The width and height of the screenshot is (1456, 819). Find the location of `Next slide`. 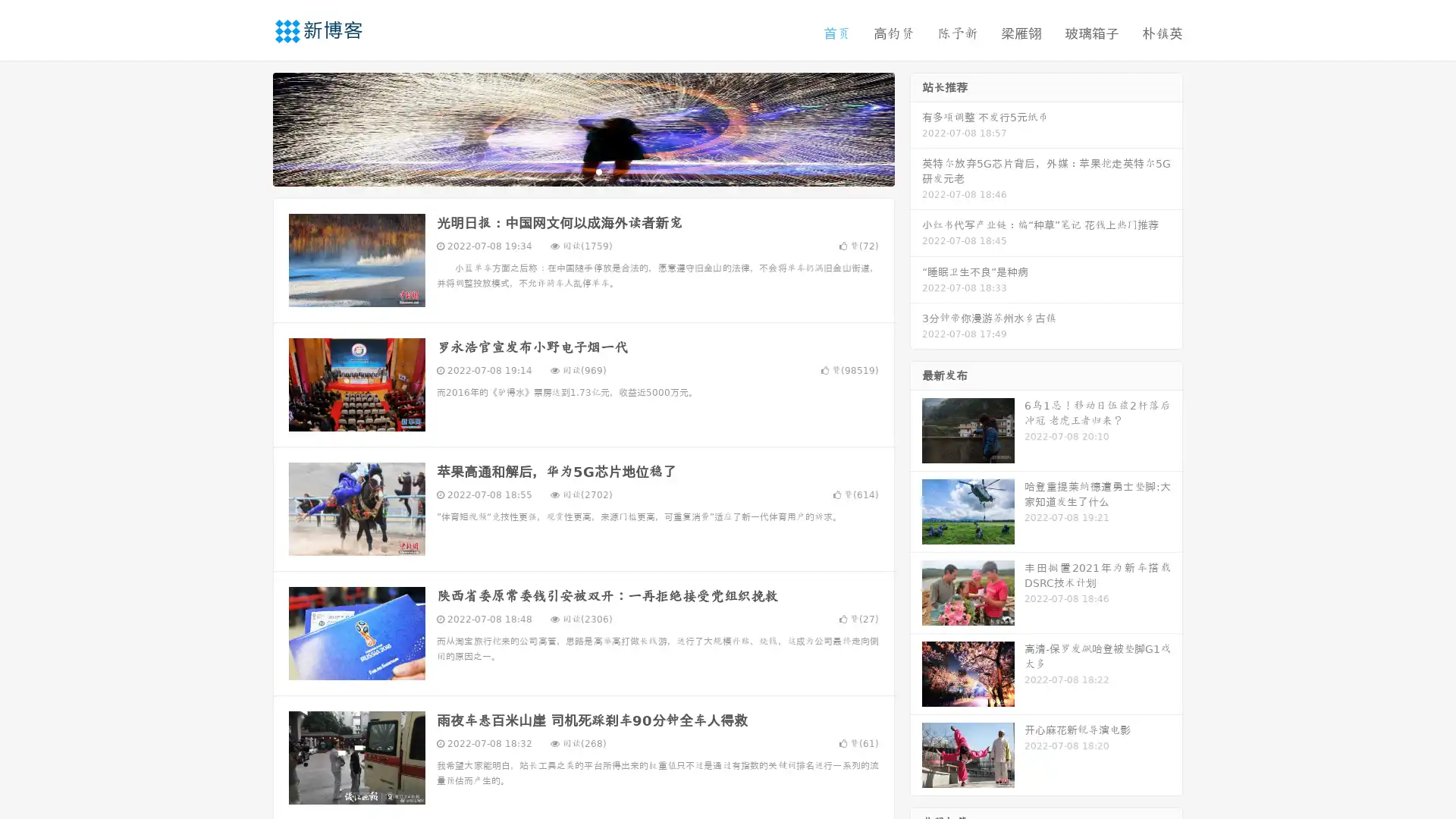

Next slide is located at coordinates (916, 127).